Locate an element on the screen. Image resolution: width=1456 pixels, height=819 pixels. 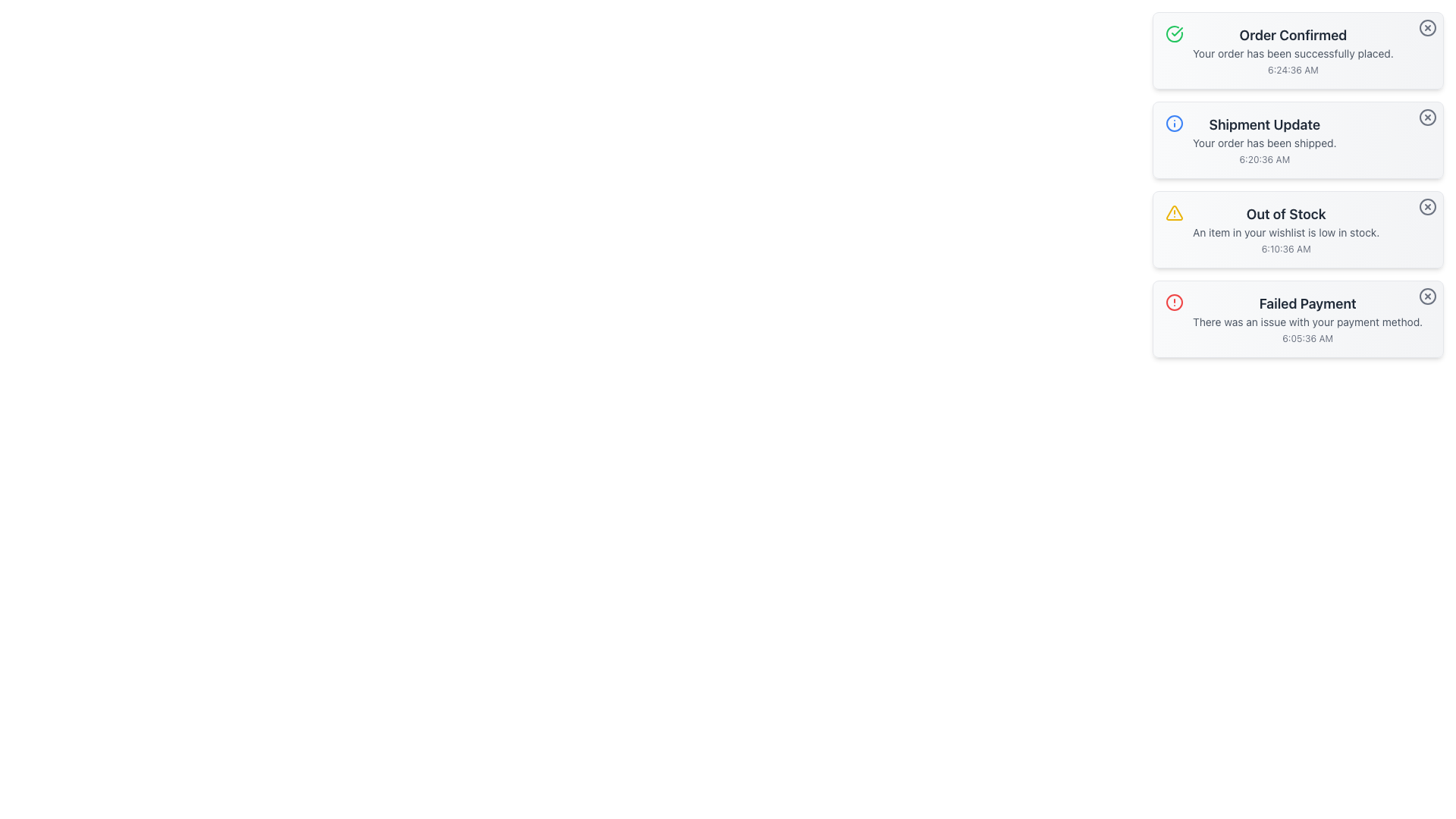
the fourth notification in the list of alerts regarding an unsuccessful payment, located directly below the 'Out of Stock' notification is located at coordinates (1306, 318).